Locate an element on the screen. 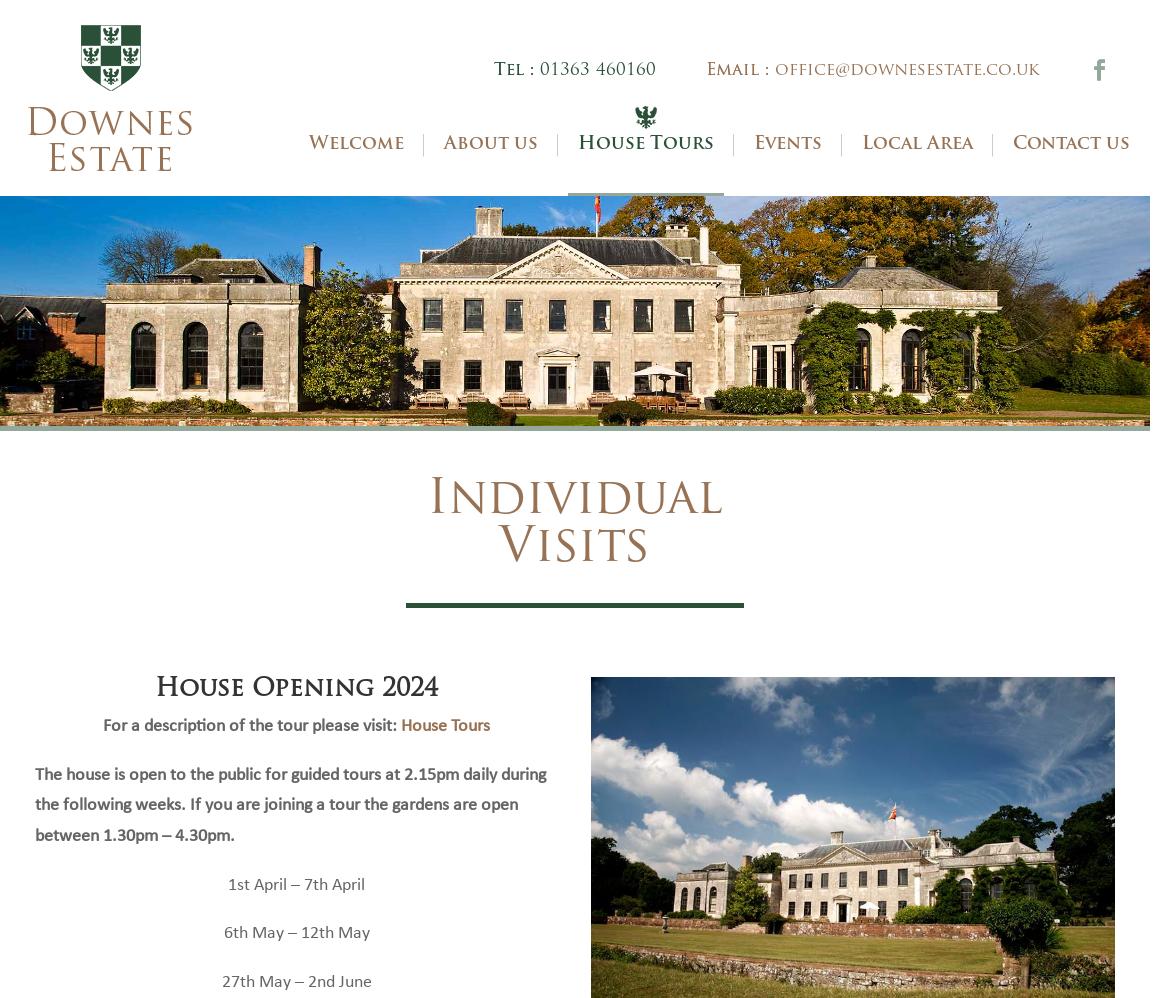 The image size is (1170, 998). 'Welcome' is located at coordinates (355, 172).